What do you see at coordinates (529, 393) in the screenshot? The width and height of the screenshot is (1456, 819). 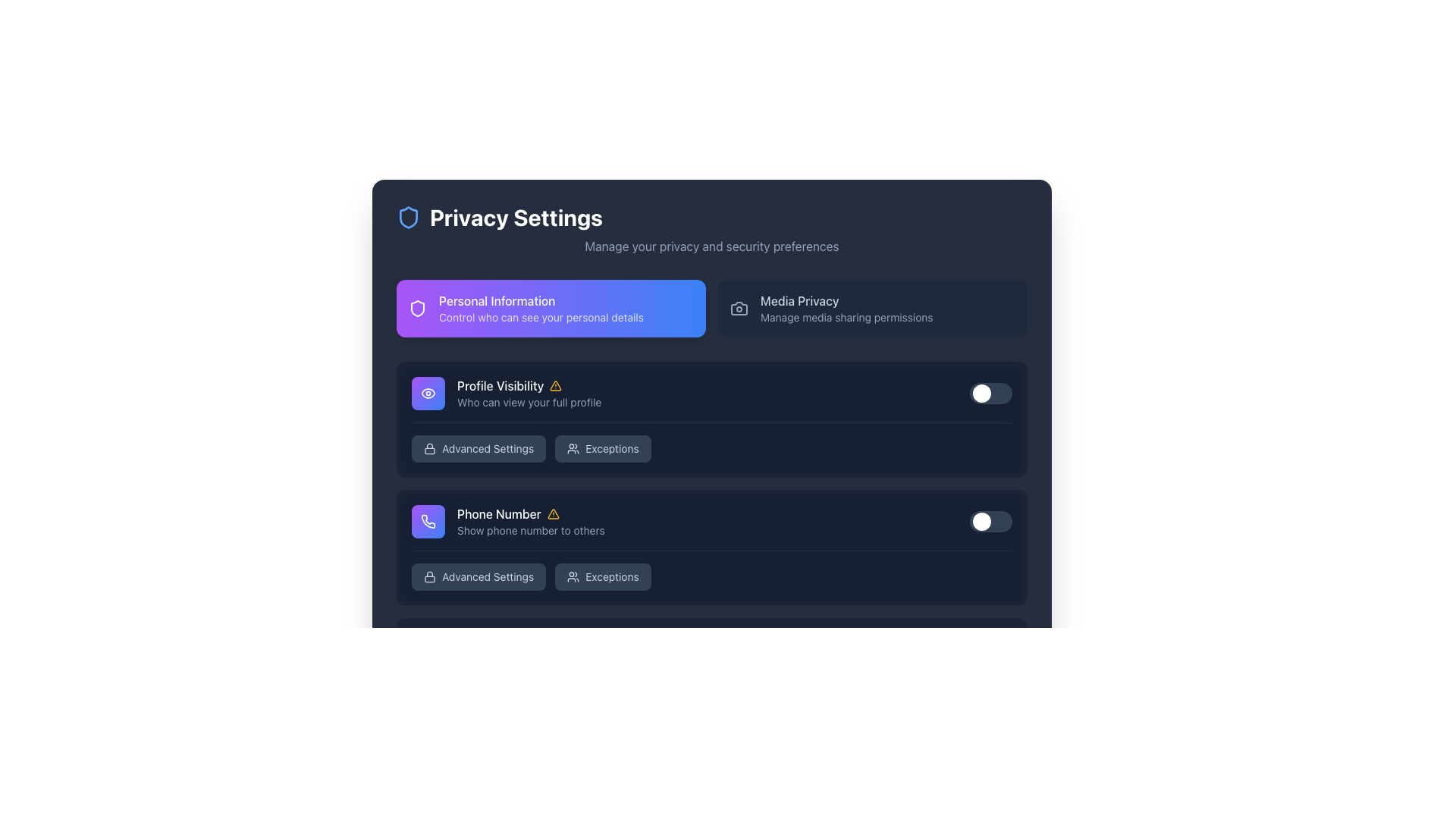 I see `and interpret the information presented in the informational label with an icon about the visibility status of the user's profile, located in the middle card under 'Privacy Settings'` at bounding box center [529, 393].